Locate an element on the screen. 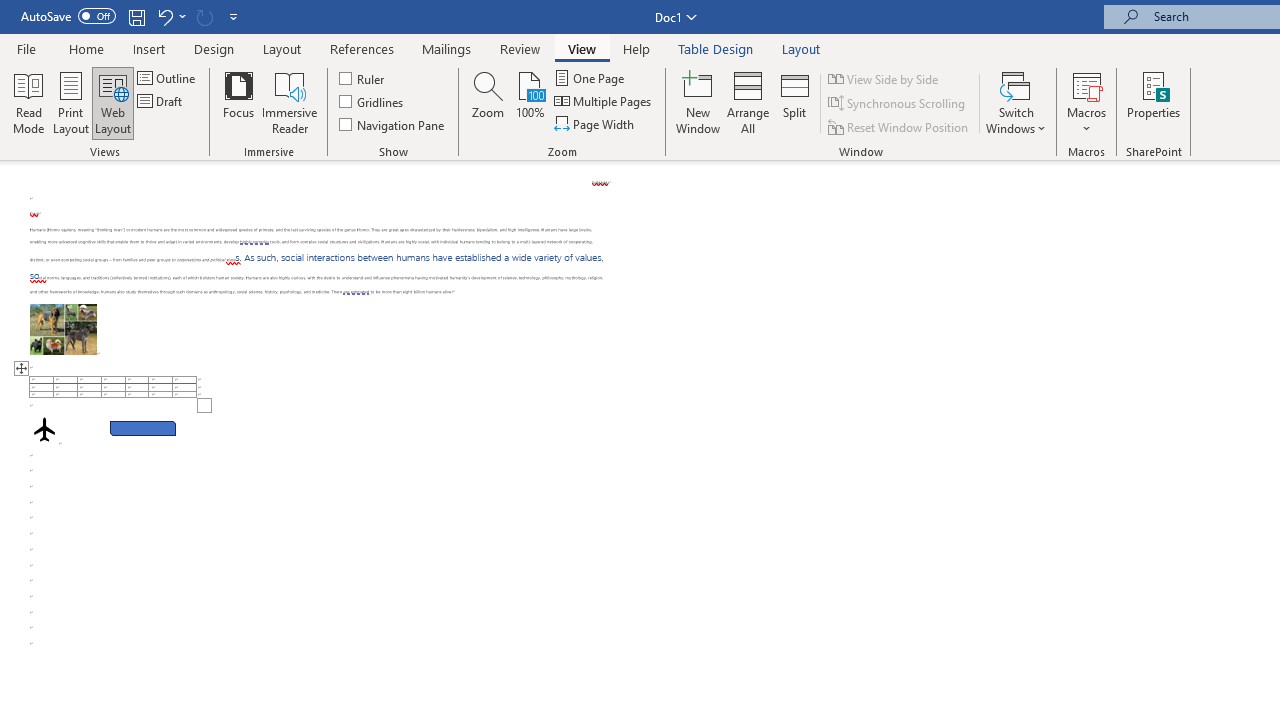  'Rectangle: Diagonal Corners Snipped 2' is located at coordinates (142, 427).